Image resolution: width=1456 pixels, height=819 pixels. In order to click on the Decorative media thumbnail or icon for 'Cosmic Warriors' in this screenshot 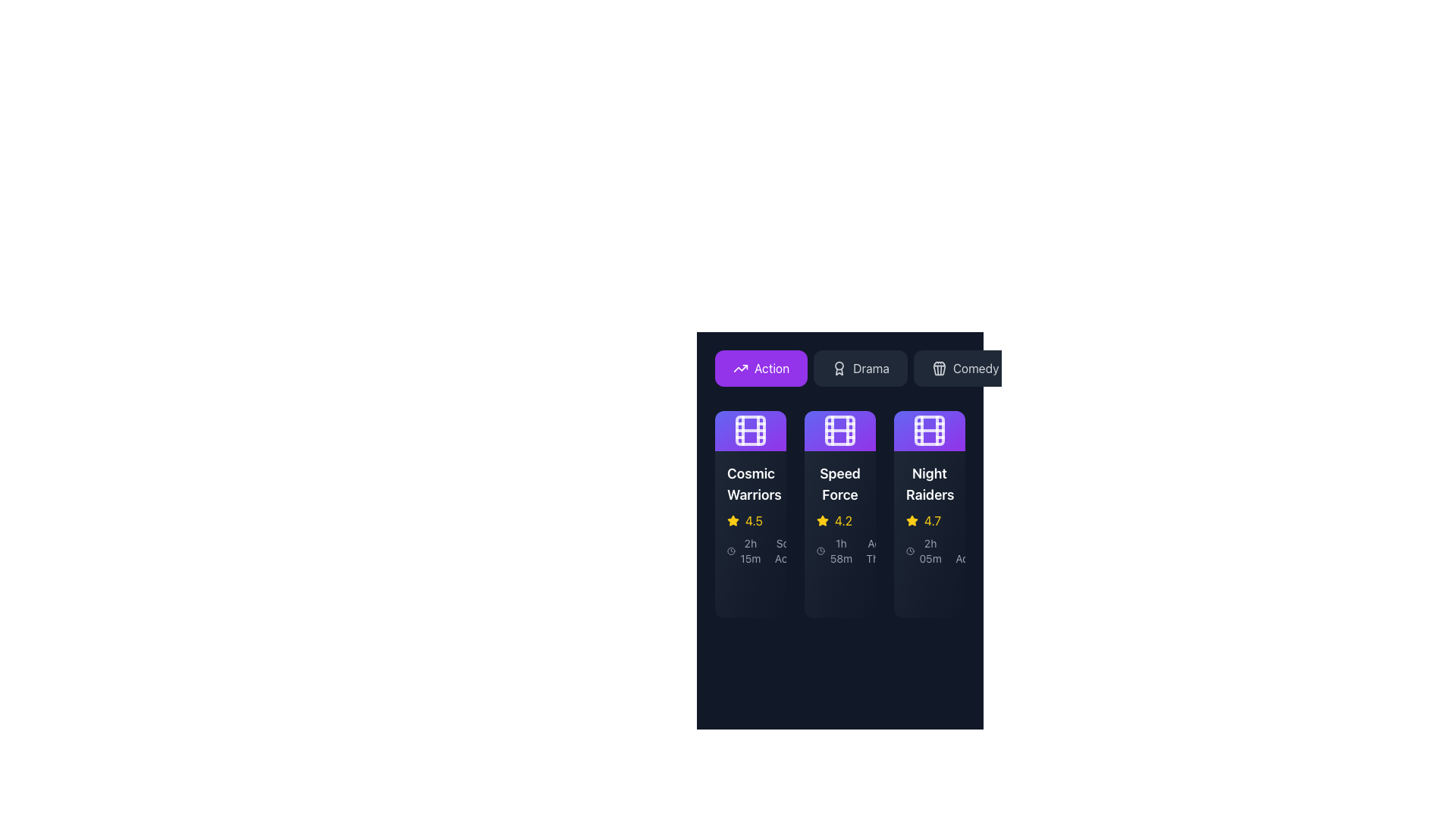, I will do `click(750, 430)`.